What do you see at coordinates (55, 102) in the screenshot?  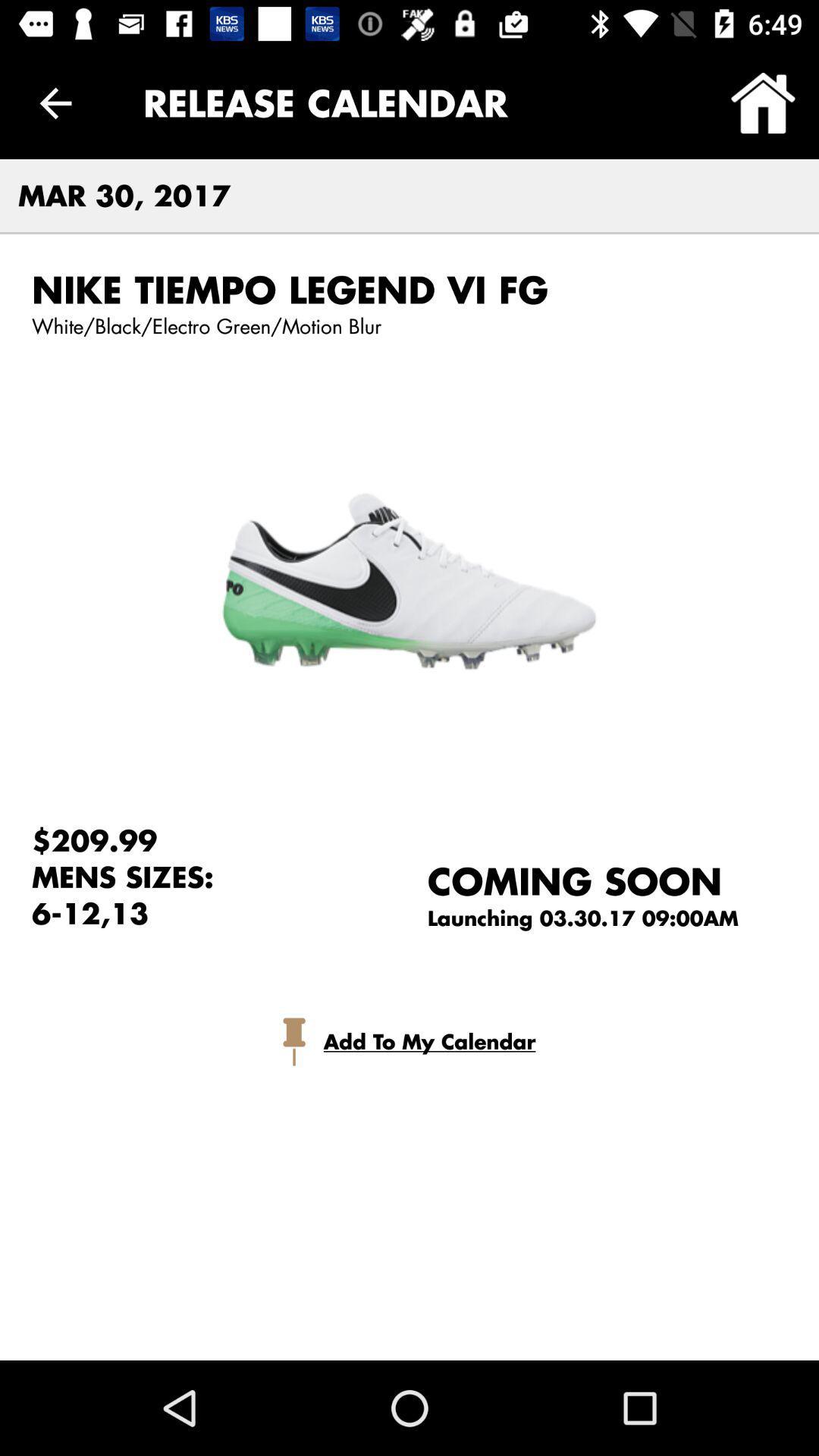 I see `the item above the mar 30, 2017 item` at bounding box center [55, 102].